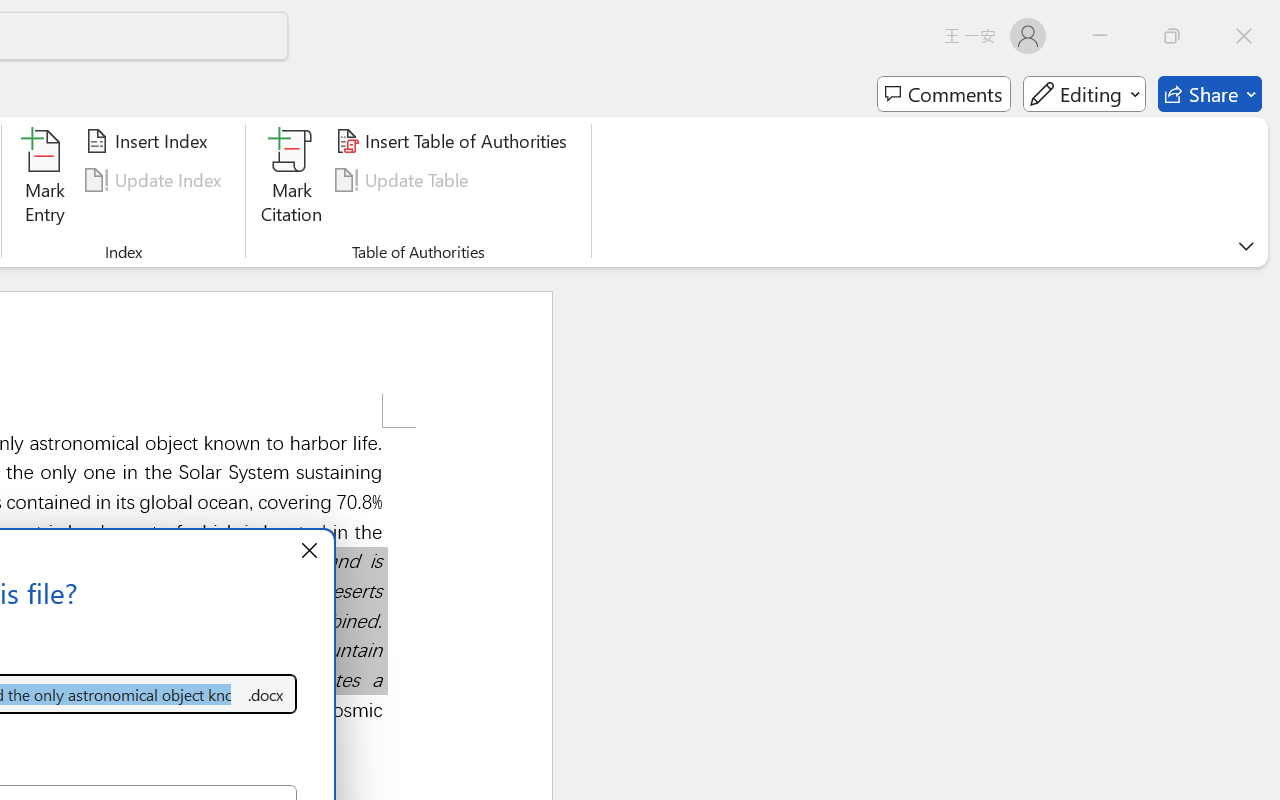 This screenshot has width=1280, height=800. What do you see at coordinates (44, 179) in the screenshot?
I see `'Mark Entry...'` at bounding box center [44, 179].